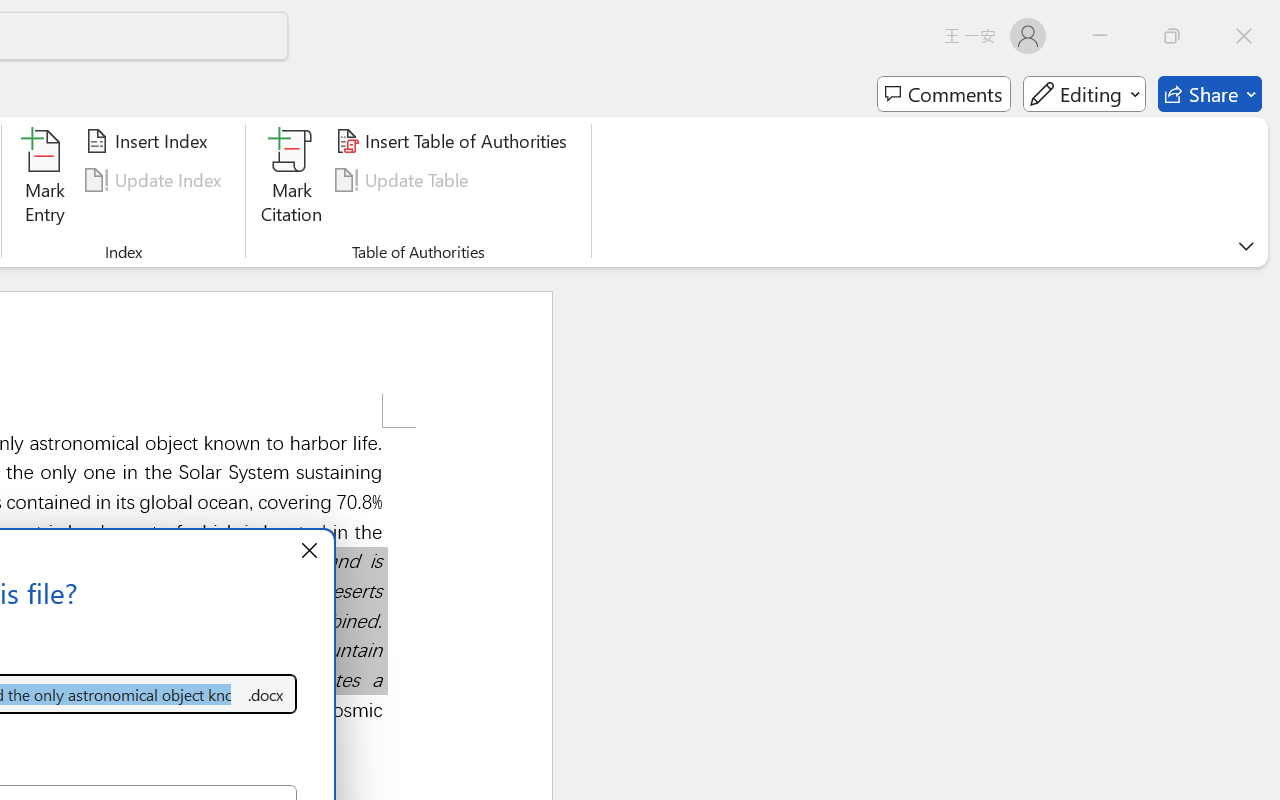 This screenshot has width=1280, height=800. What do you see at coordinates (44, 179) in the screenshot?
I see `'Mark Entry...'` at bounding box center [44, 179].